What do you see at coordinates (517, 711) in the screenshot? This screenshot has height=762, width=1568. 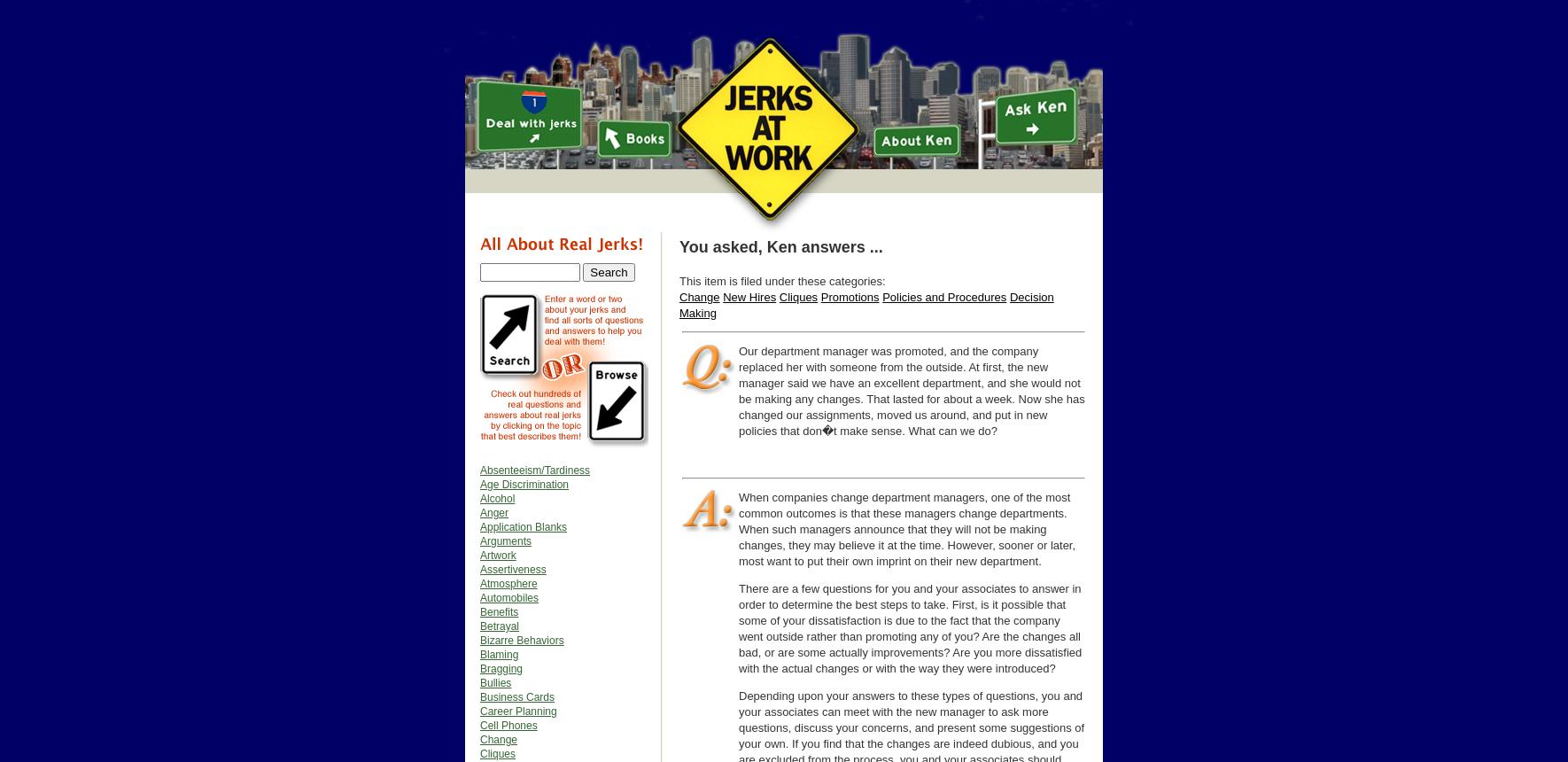 I see `'Career Planning'` at bounding box center [517, 711].